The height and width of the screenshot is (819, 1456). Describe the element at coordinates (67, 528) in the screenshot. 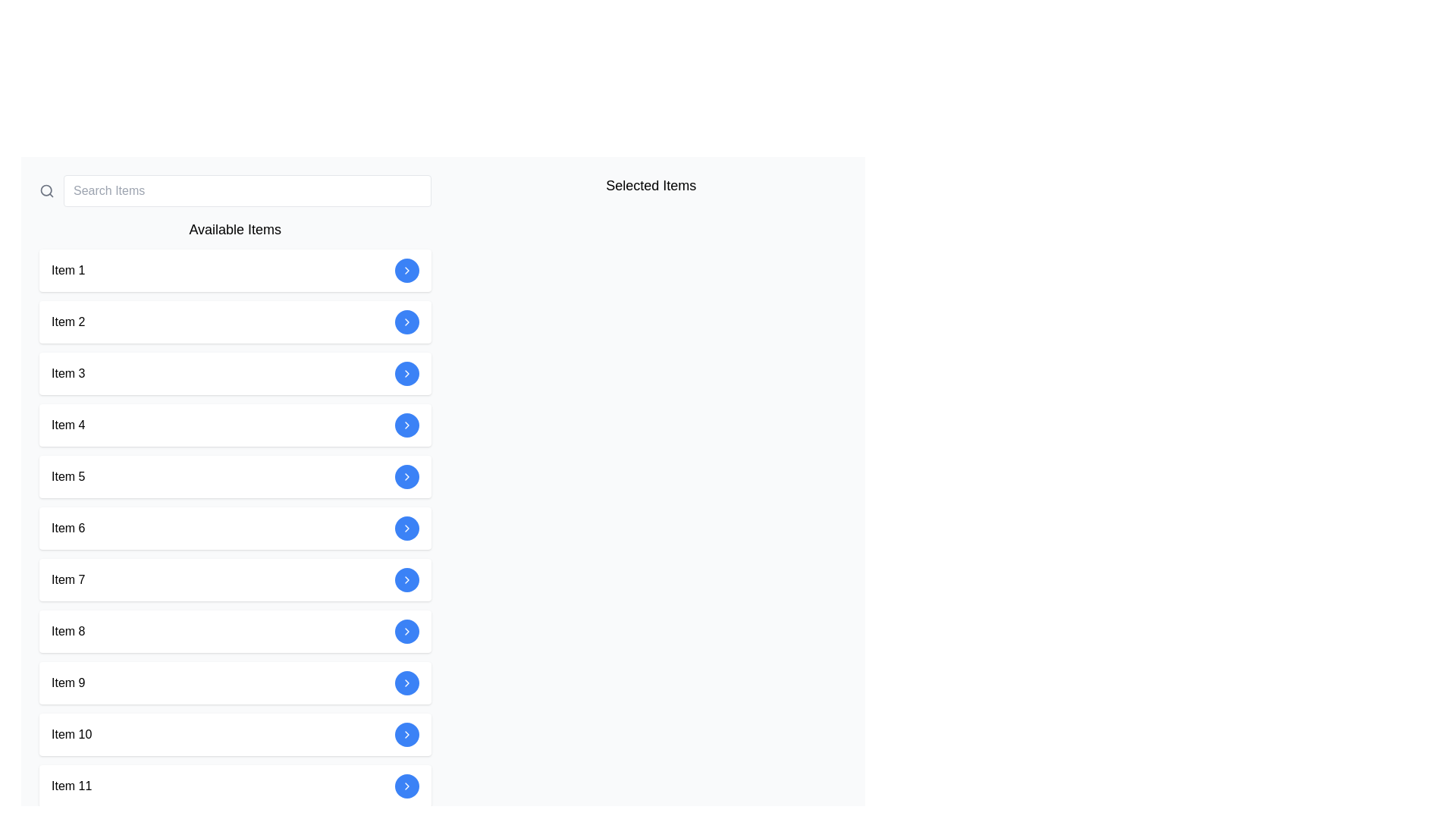

I see `the text 'Item 6' which is a label styled in black font on a light background, located in the vertical list of 'Available Items'` at that location.